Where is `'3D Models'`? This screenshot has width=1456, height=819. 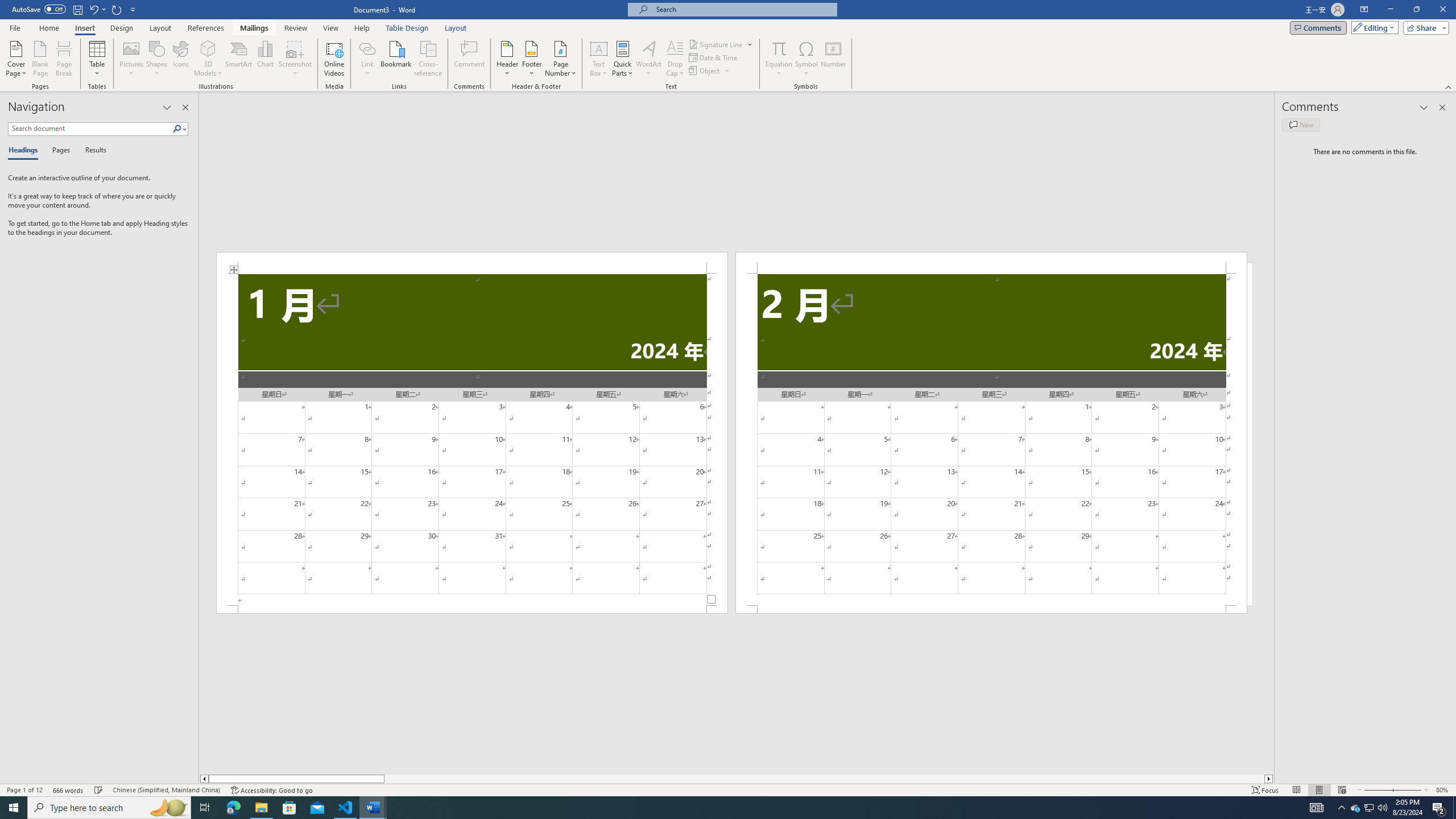 '3D Models' is located at coordinates (208, 59).